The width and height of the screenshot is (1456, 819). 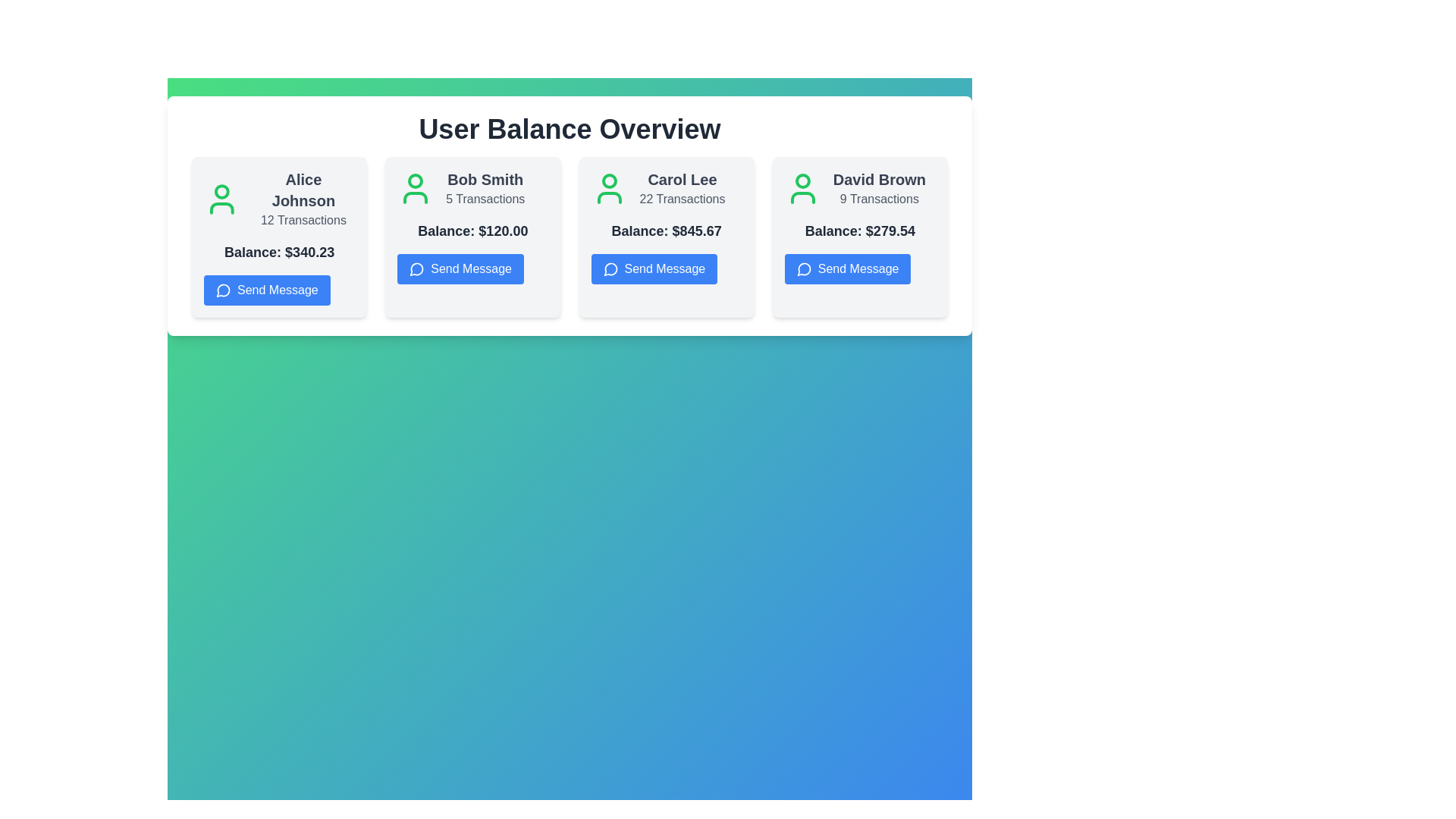 I want to click on the user icon located at the top left of the card labeled 'Bob Smith', which contains user-related information, so click(x=416, y=188).